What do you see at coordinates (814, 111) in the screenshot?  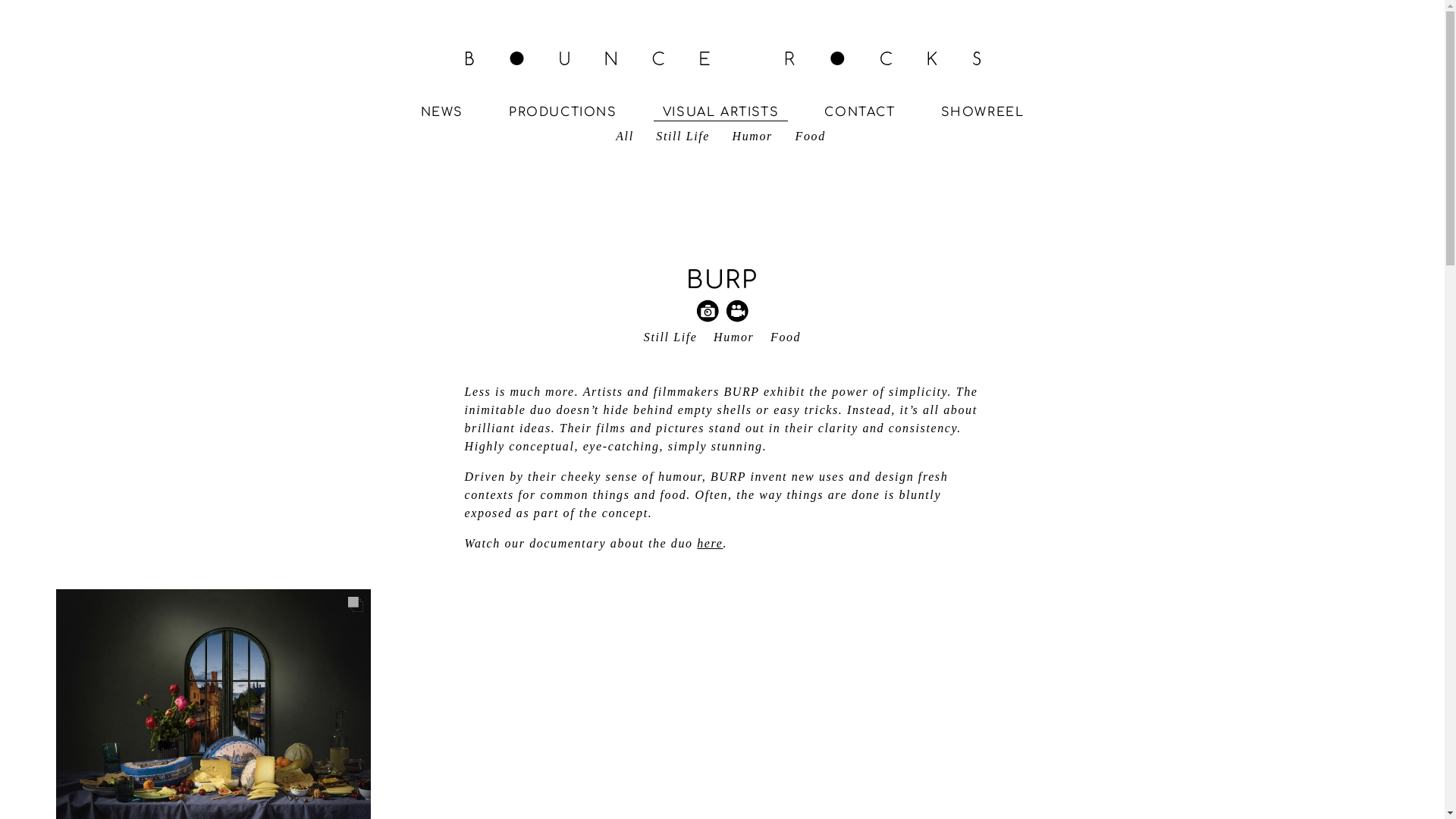 I see `'CONTACT'` at bounding box center [814, 111].